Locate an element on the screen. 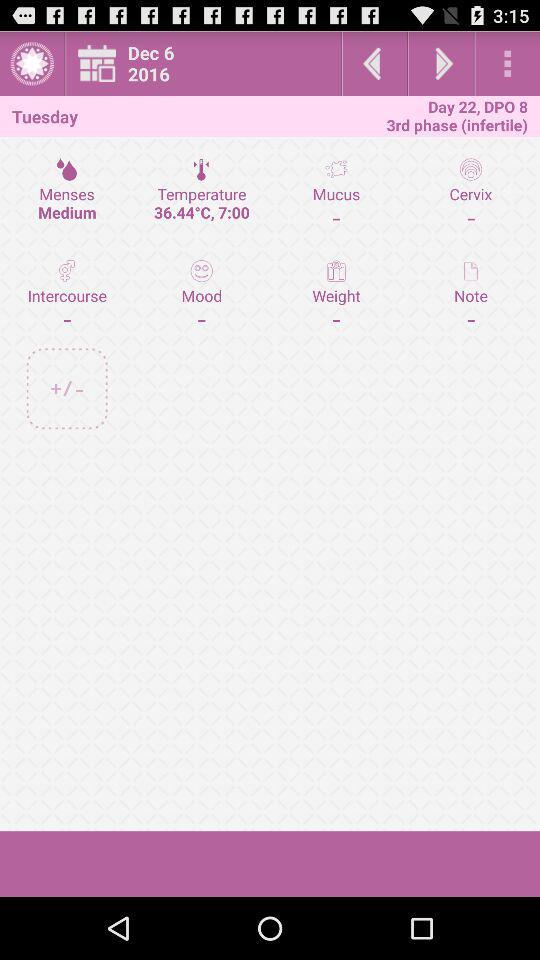 This screenshot has width=540, height=960. intercourse is located at coordinates (67, 293).